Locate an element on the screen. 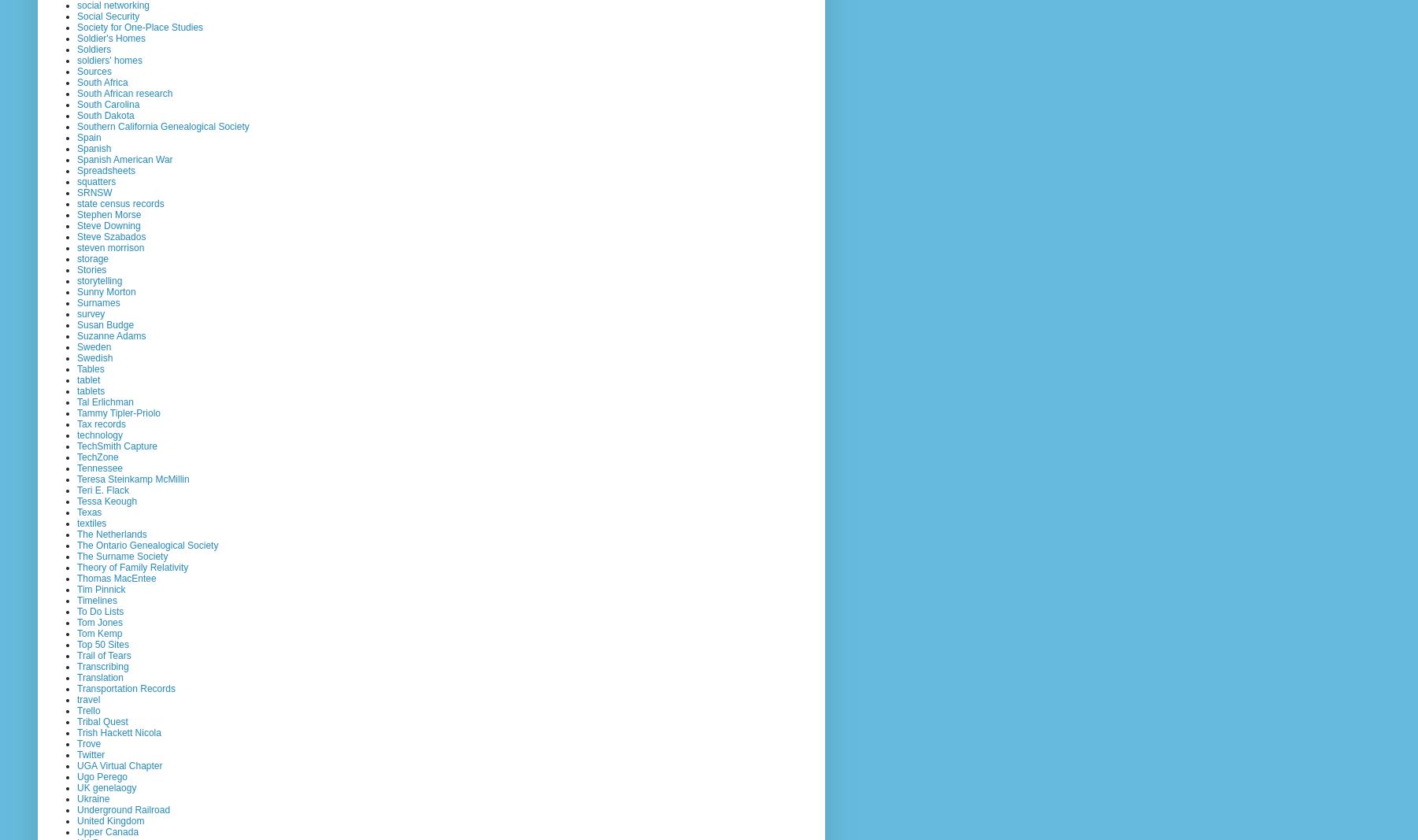  'textiles' is located at coordinates (76, 522).